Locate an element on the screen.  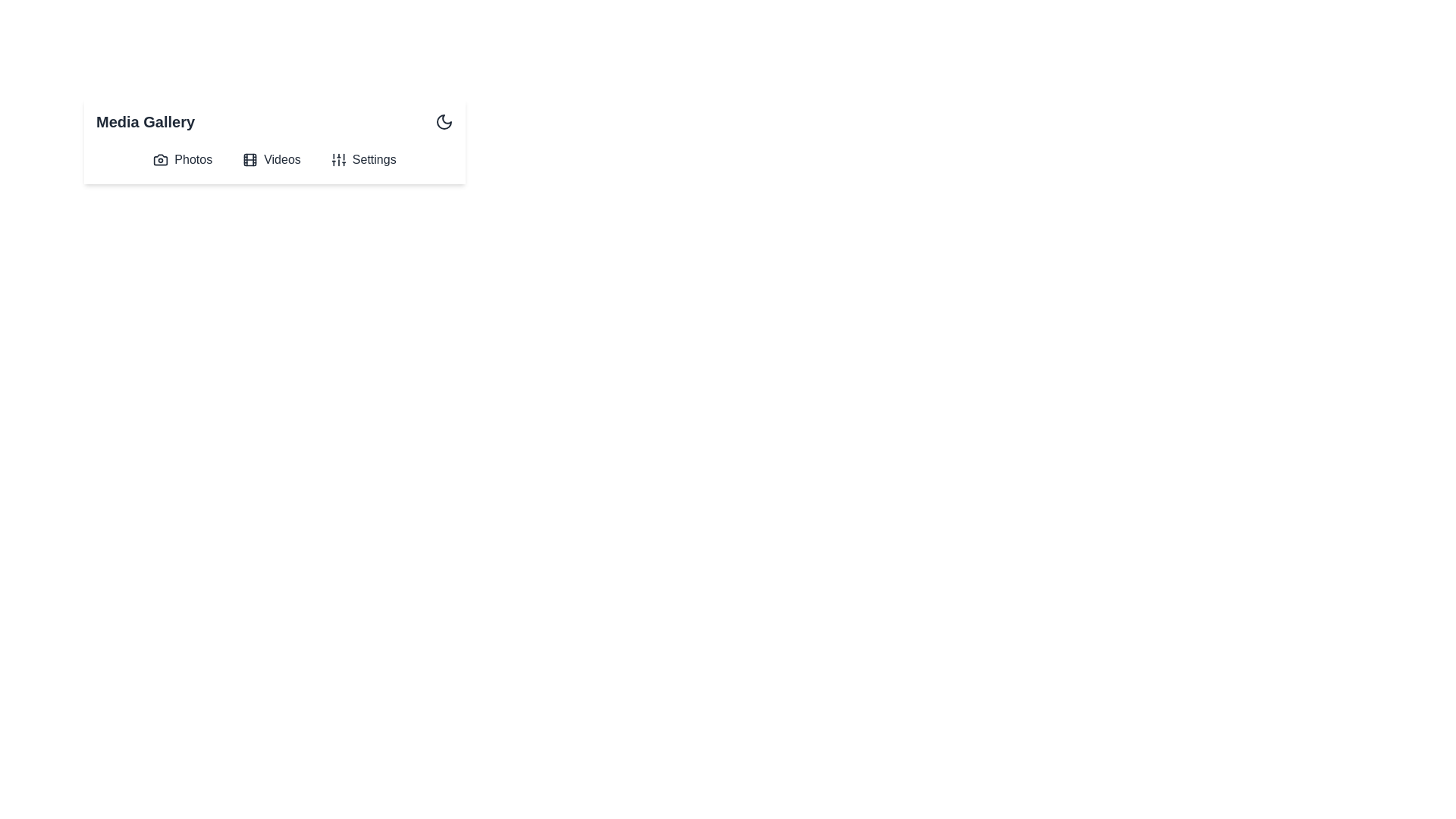
moon/sun icon to toggle the dark mode theme is located at coordinates (443, 121).